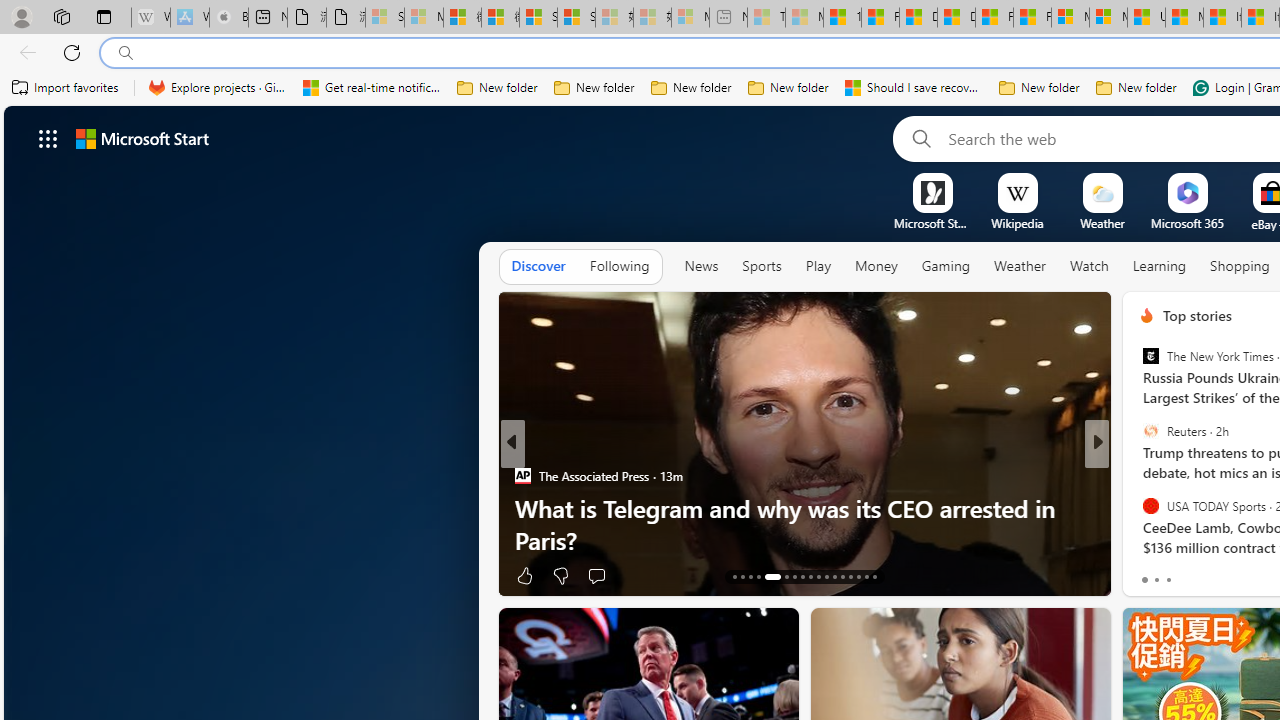 The image size is (1280, 720). I want to click on 'AutomationID: tab-17', so click(767, 577).